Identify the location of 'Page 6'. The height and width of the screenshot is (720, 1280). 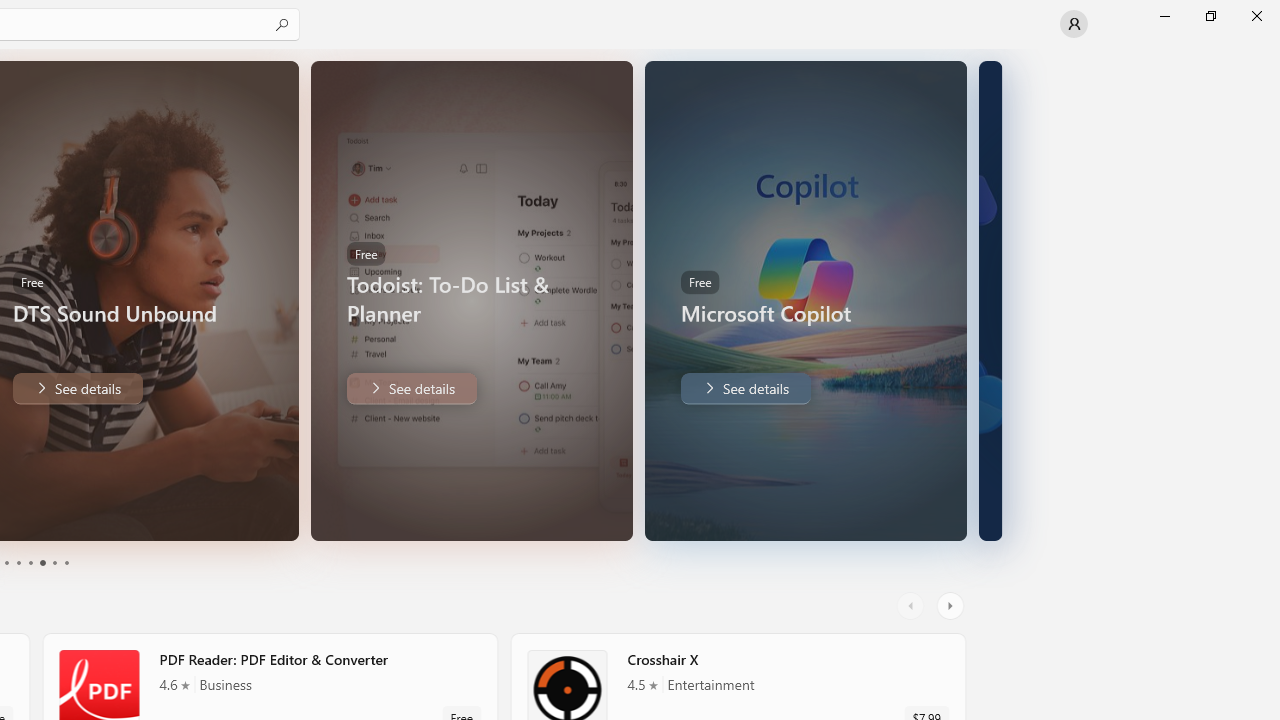
(65, 563).